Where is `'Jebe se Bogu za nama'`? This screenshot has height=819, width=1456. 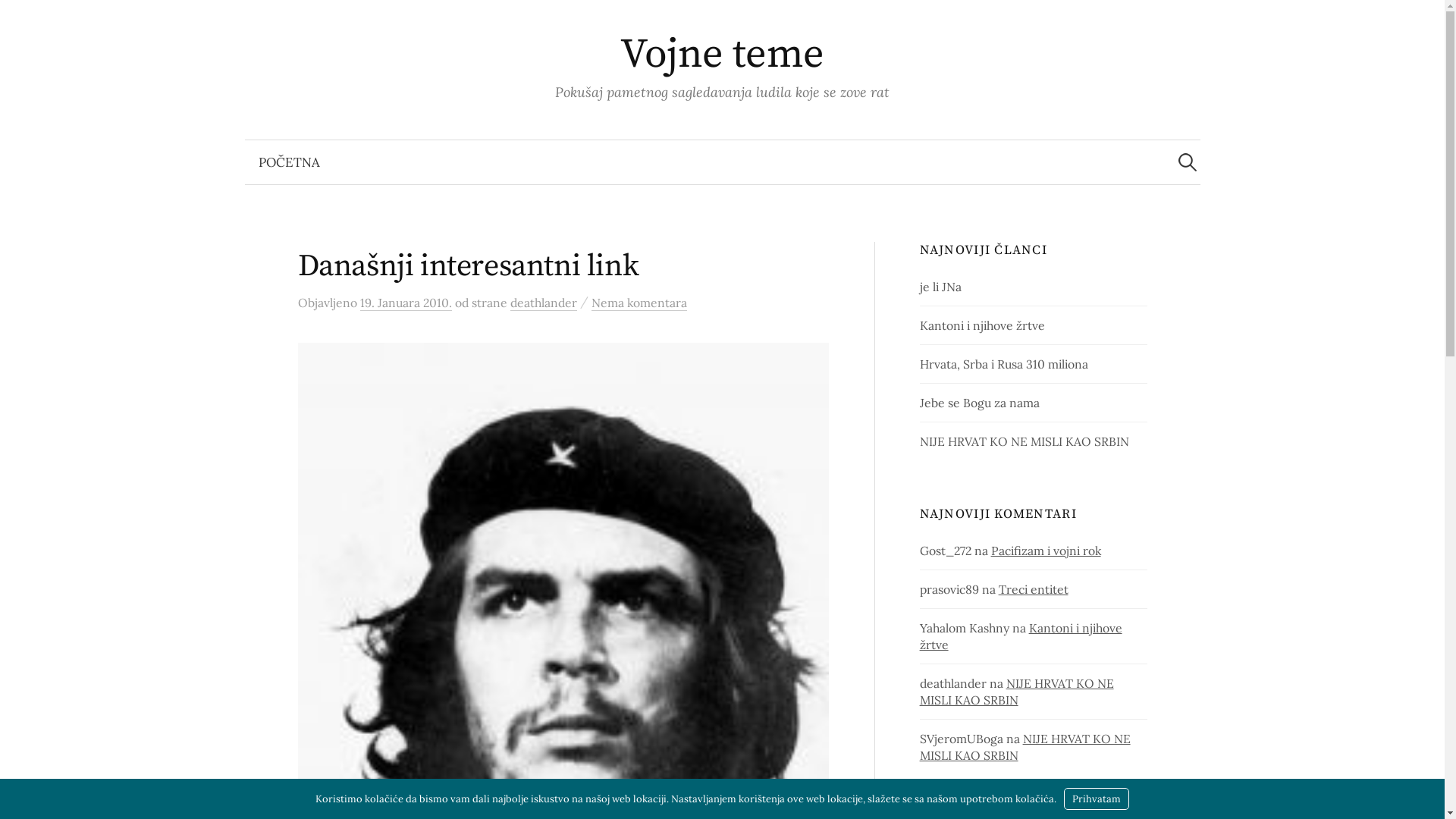 'Jebe se Bogu za nama' is located at coordinates (919, 402).